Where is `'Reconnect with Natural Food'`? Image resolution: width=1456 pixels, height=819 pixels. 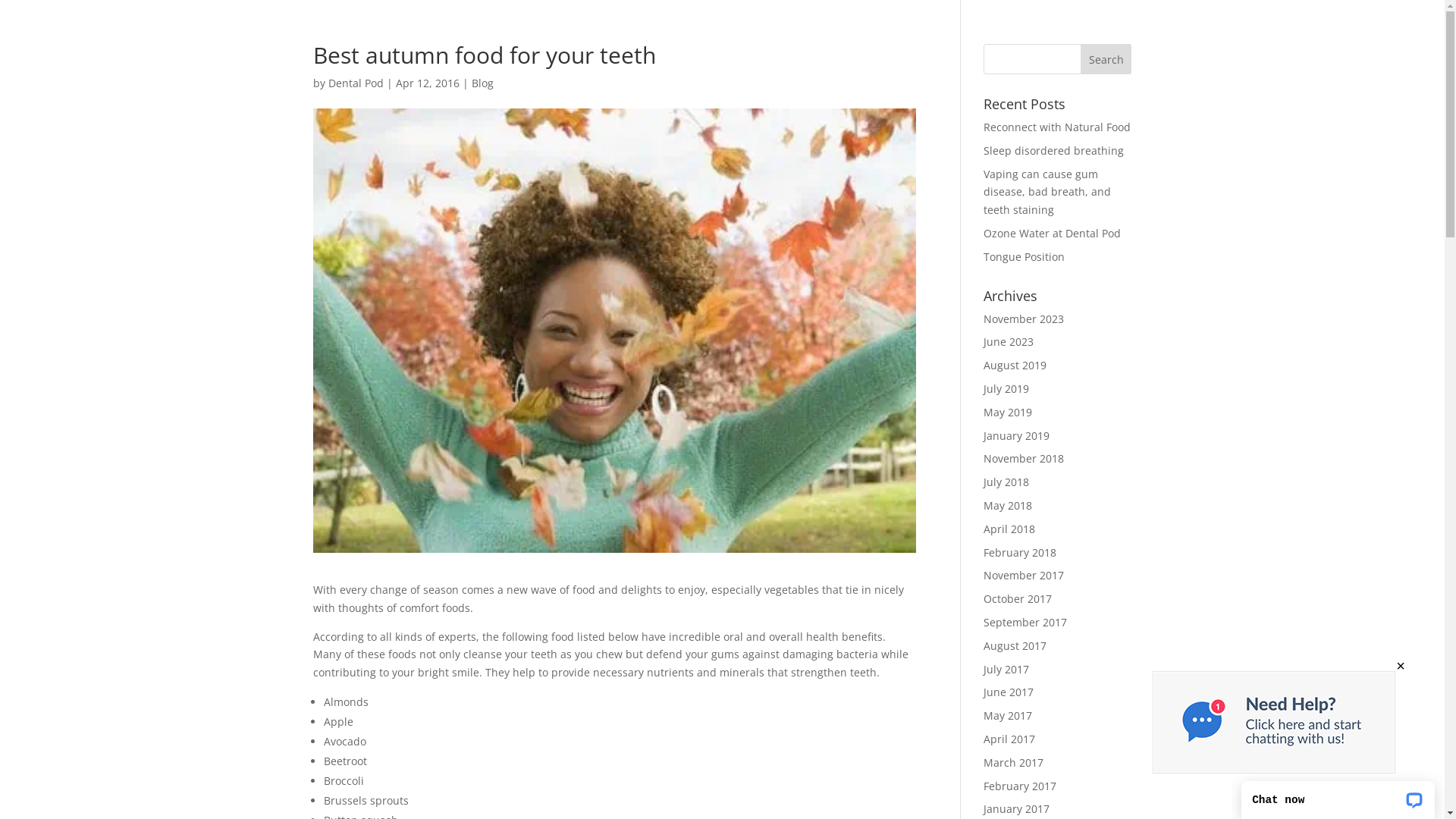 'Reconnect with Natural Food' is located at coordinates (1056, 126).